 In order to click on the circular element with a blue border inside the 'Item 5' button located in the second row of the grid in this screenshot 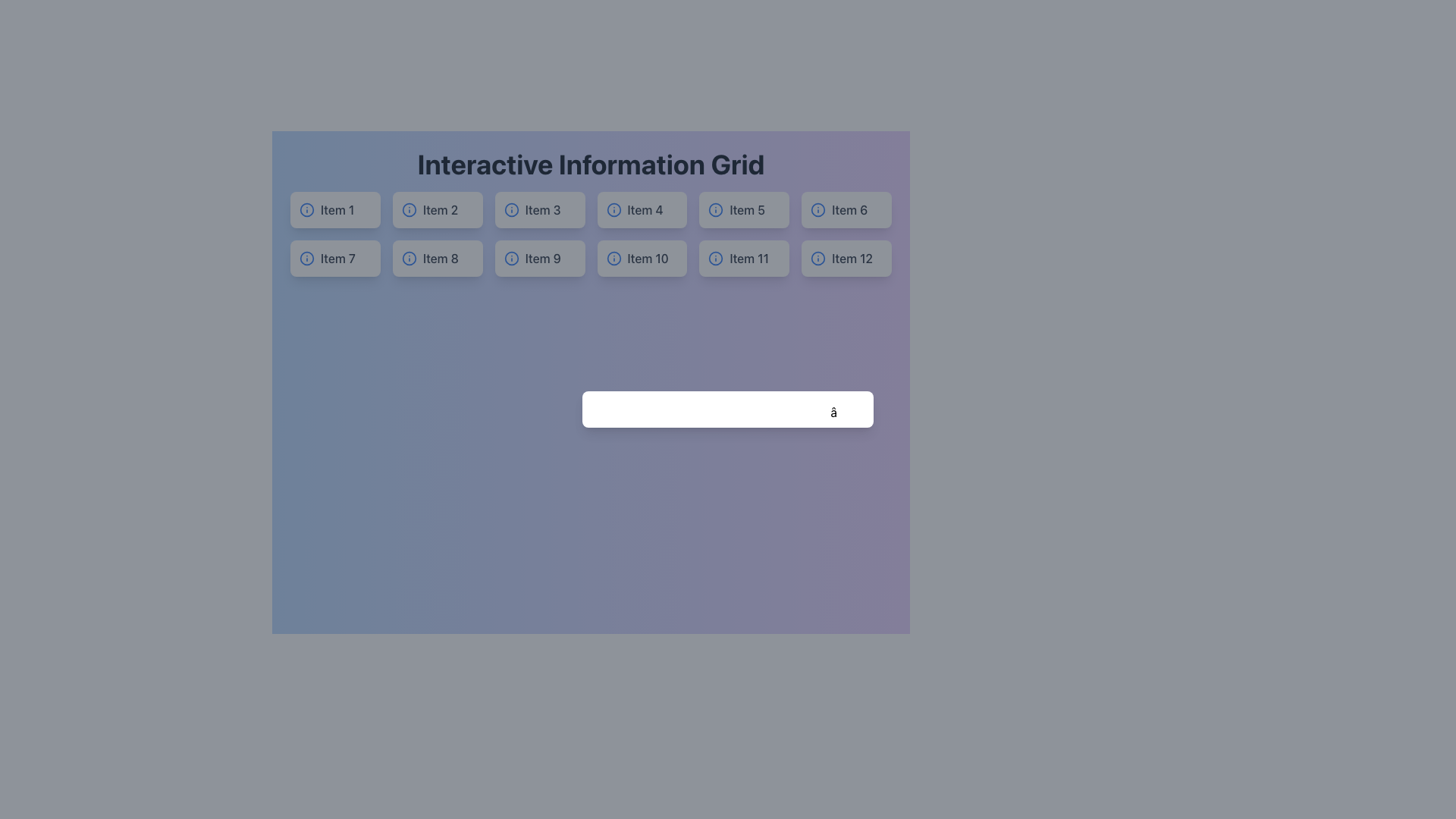, I will do `click(715, 210)`.